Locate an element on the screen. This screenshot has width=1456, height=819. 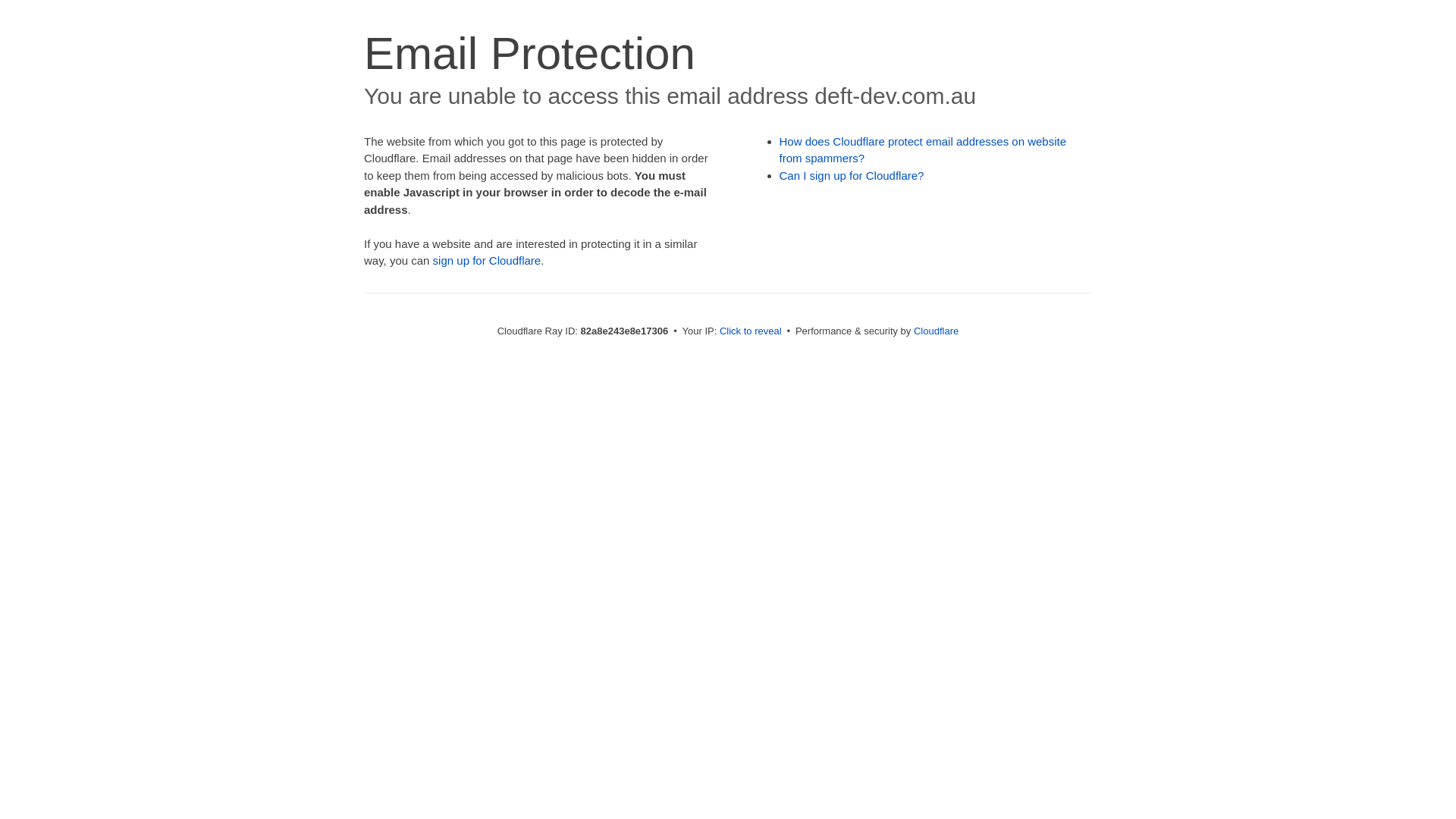
'Can I sign up for Cloudflare?' is located at coordinates (852, 174).